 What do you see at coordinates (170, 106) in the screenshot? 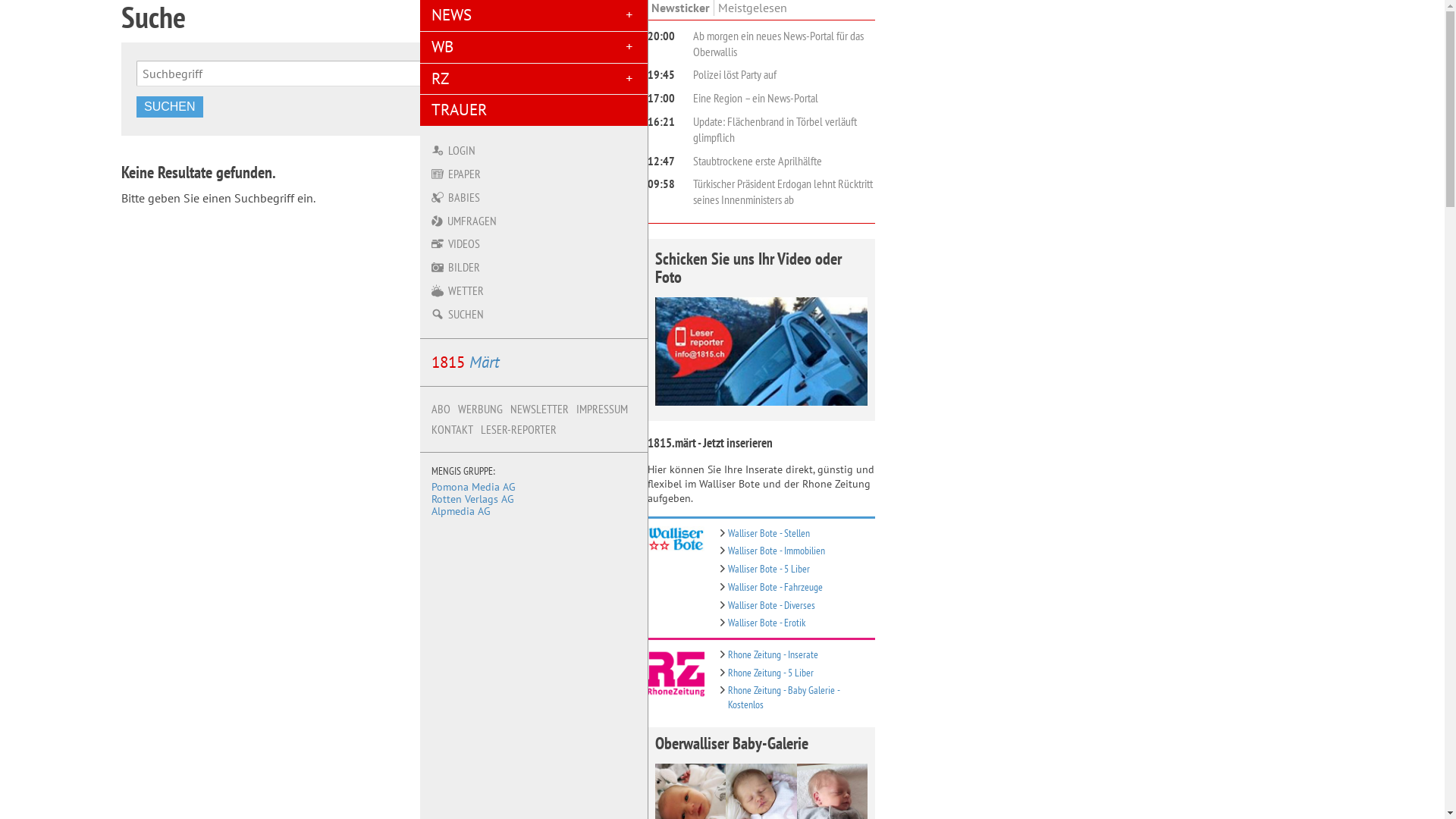
I see `'SUCHEN'` at bounding box center [170, 106].